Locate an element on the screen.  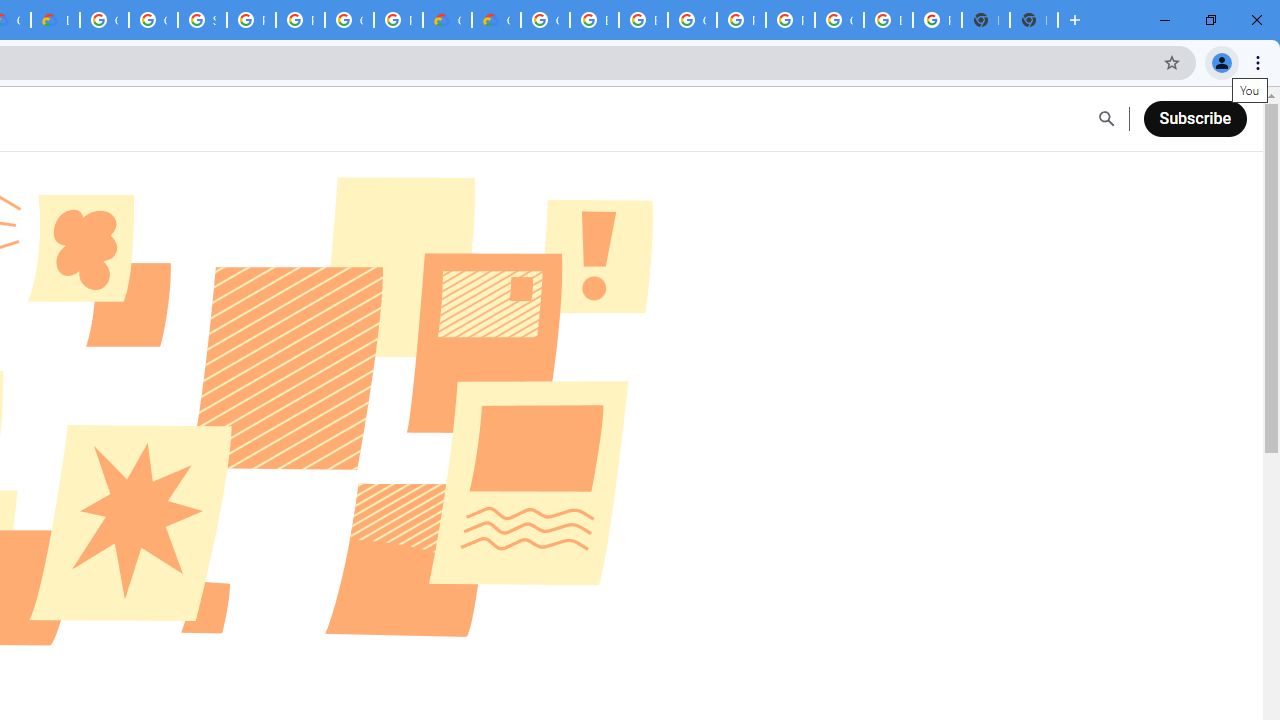
'Open Search' is located at coordinates (1105, 119).